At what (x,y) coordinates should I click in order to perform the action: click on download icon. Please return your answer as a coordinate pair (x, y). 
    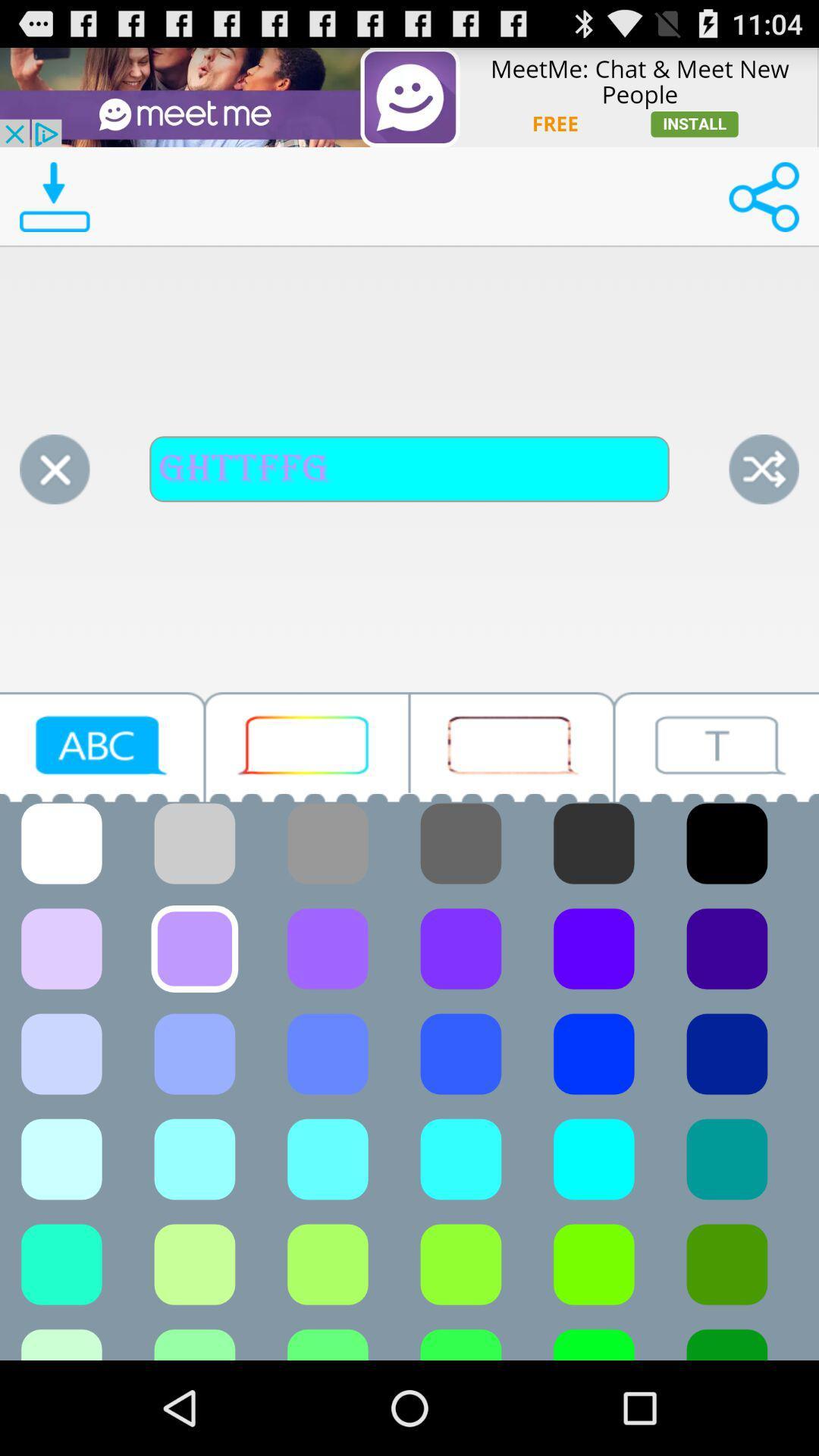
    Looking at the image, I should click on (54, 196).